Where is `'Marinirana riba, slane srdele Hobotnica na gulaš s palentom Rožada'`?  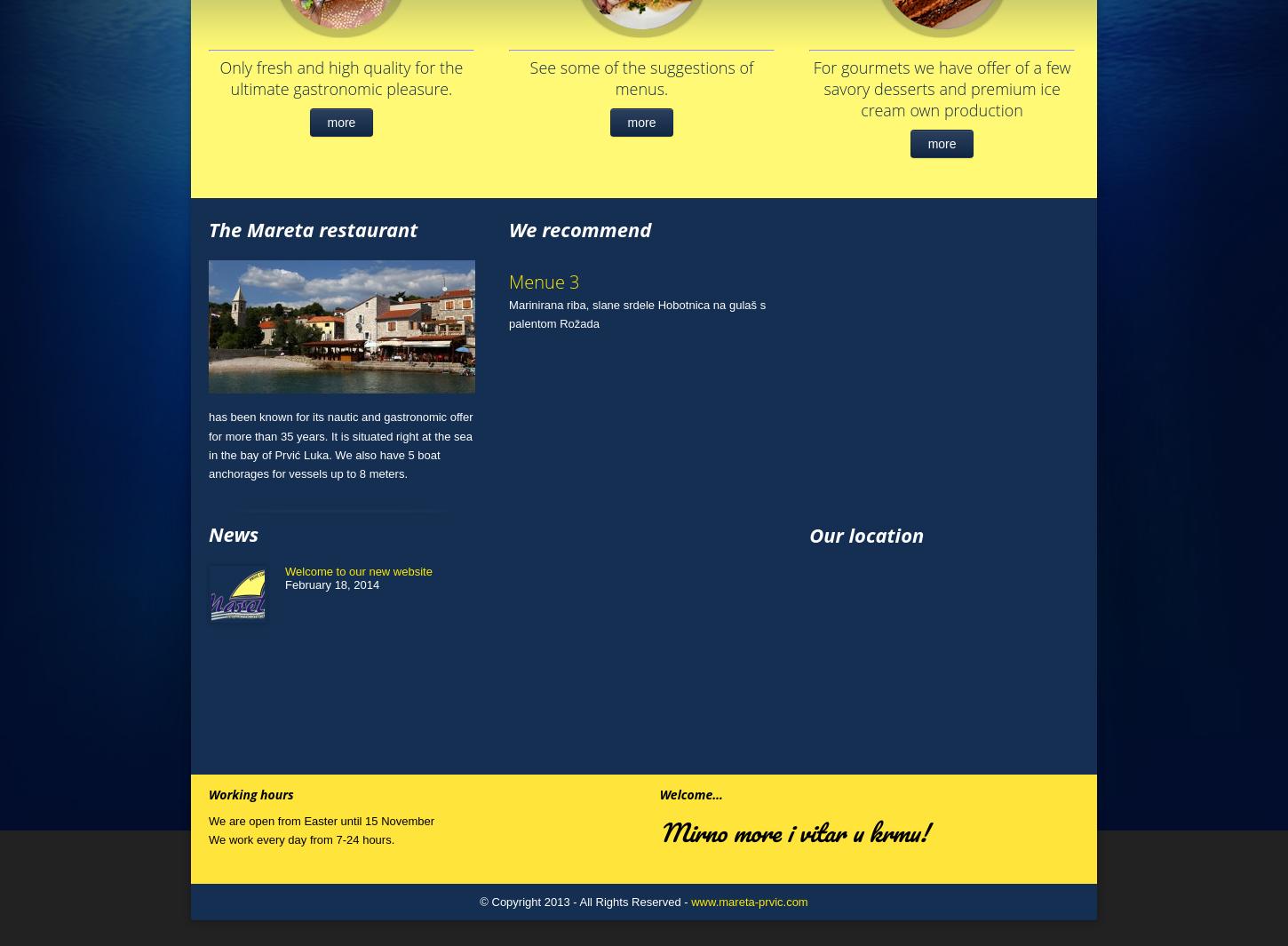 'Marinirana riba, slane srdele Hobotnica na gulaš s palentom Rožada' is located at coordinates (509, 314).